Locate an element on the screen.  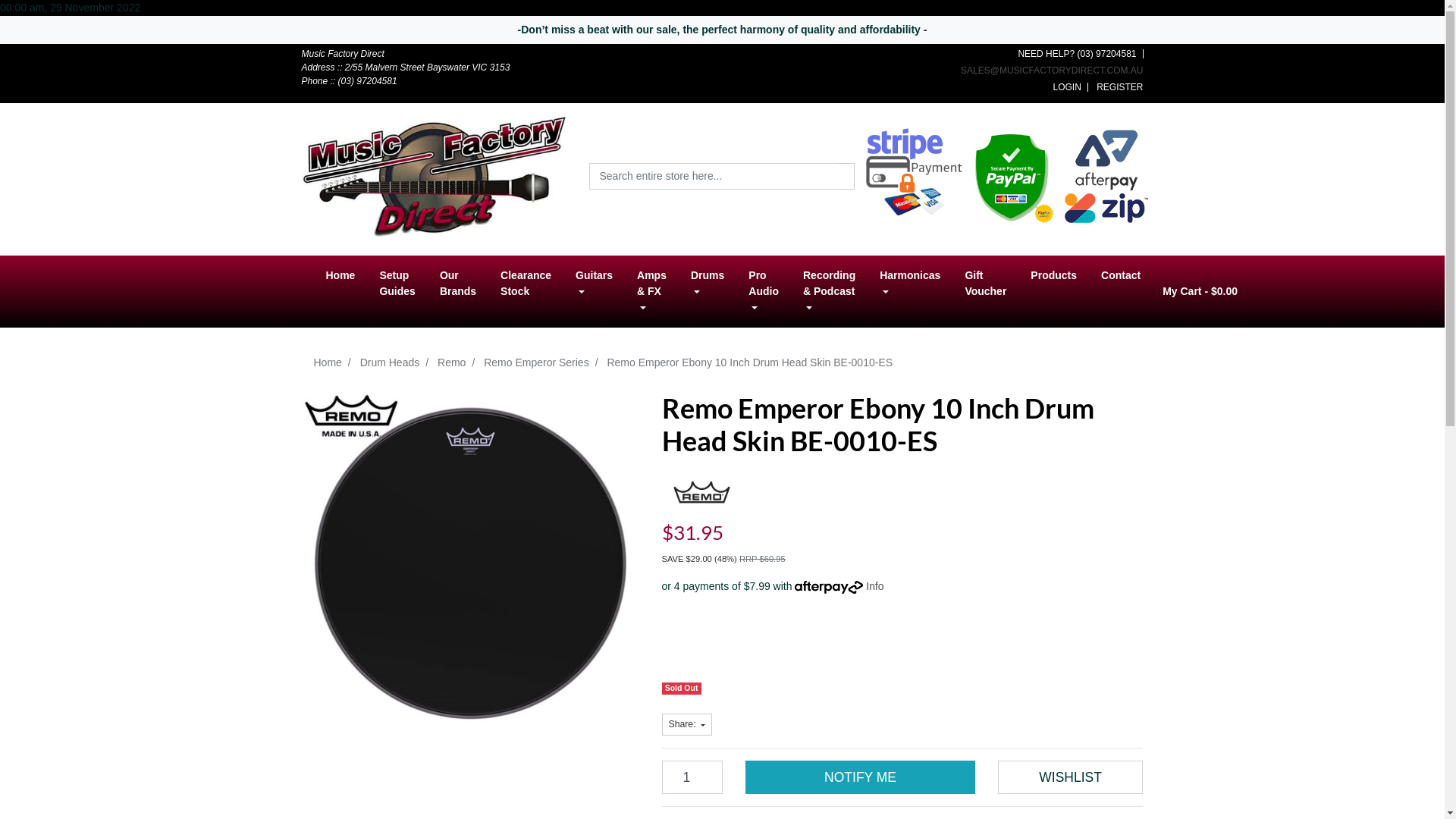
'Drums' is located at coordinates (706, 284).